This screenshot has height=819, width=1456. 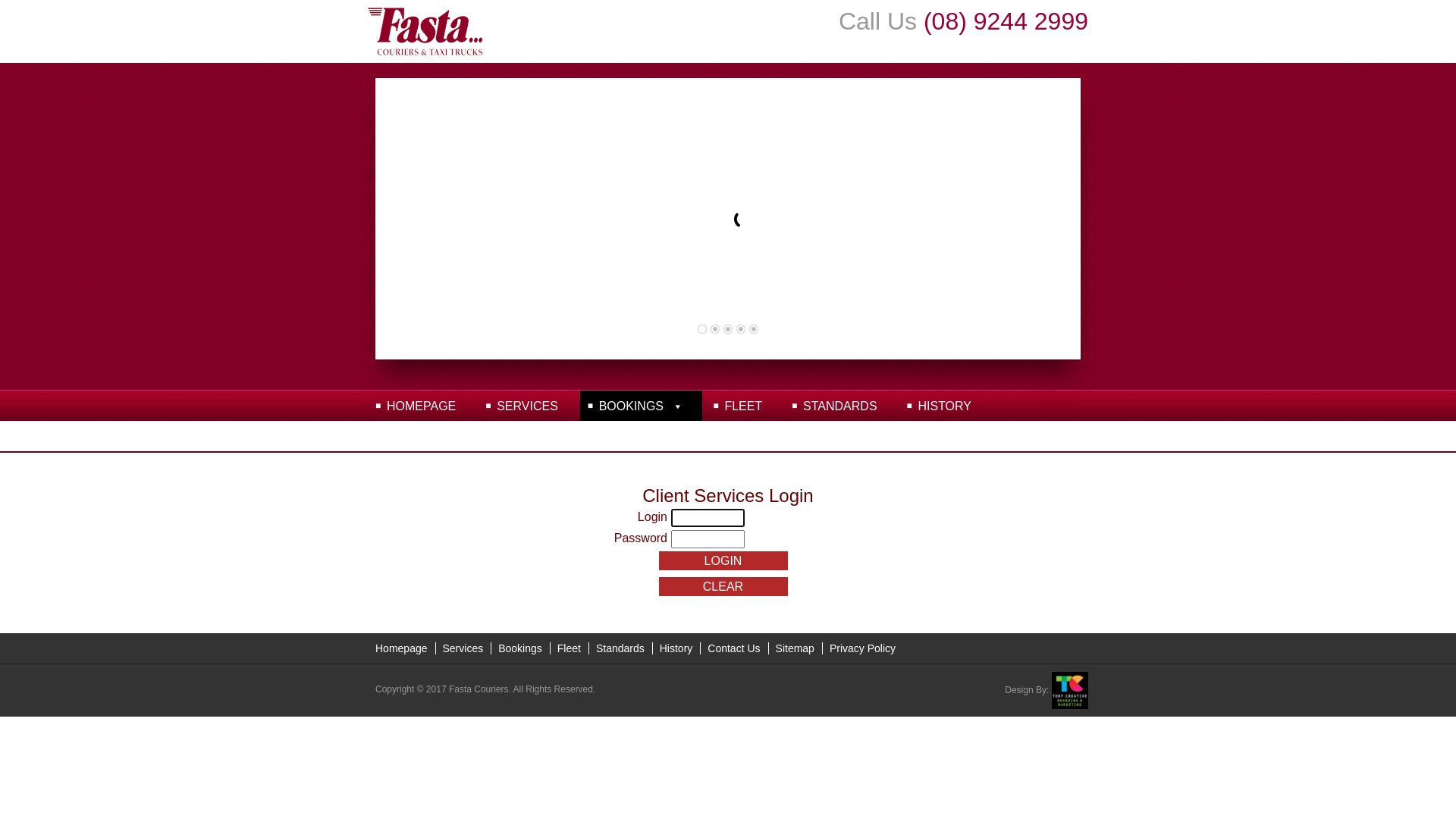 What do you see at coordinates (620, 648) in the screenshot?
I see `'Standards'` at bounding box center [620, 648].